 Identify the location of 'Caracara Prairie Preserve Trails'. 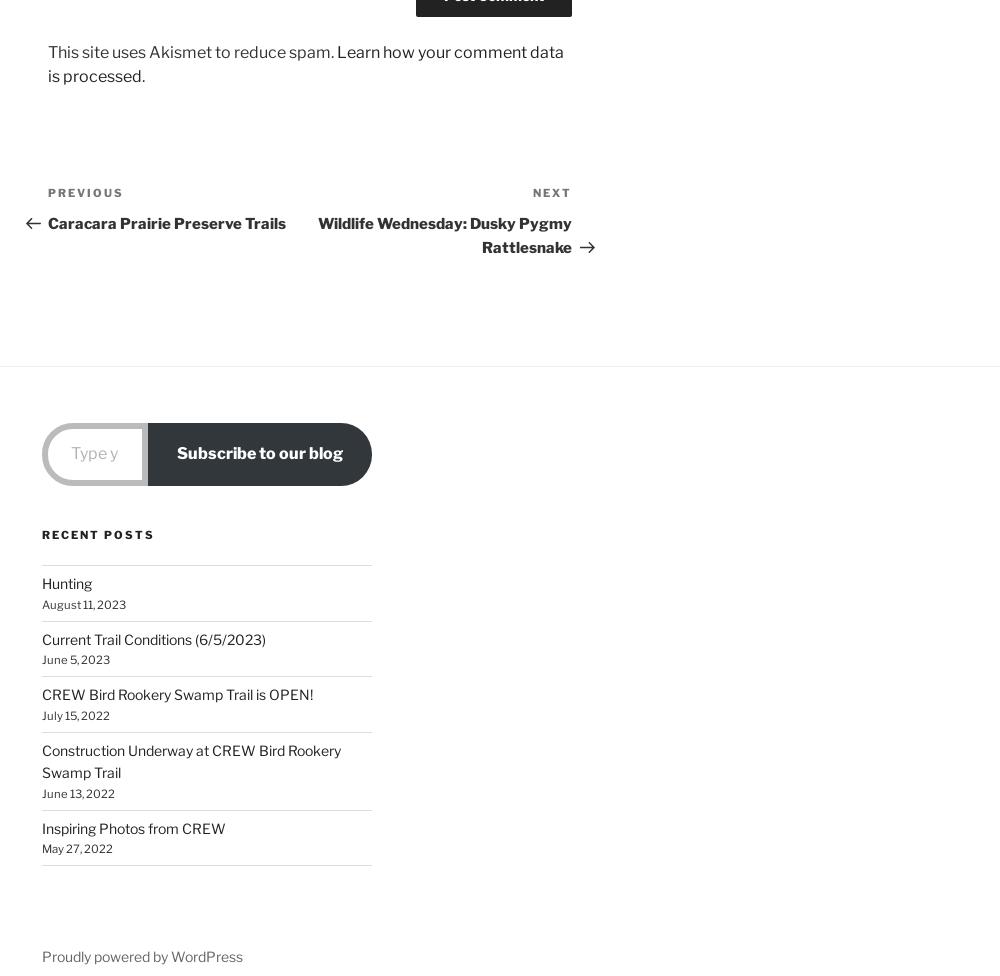
(167, 222).